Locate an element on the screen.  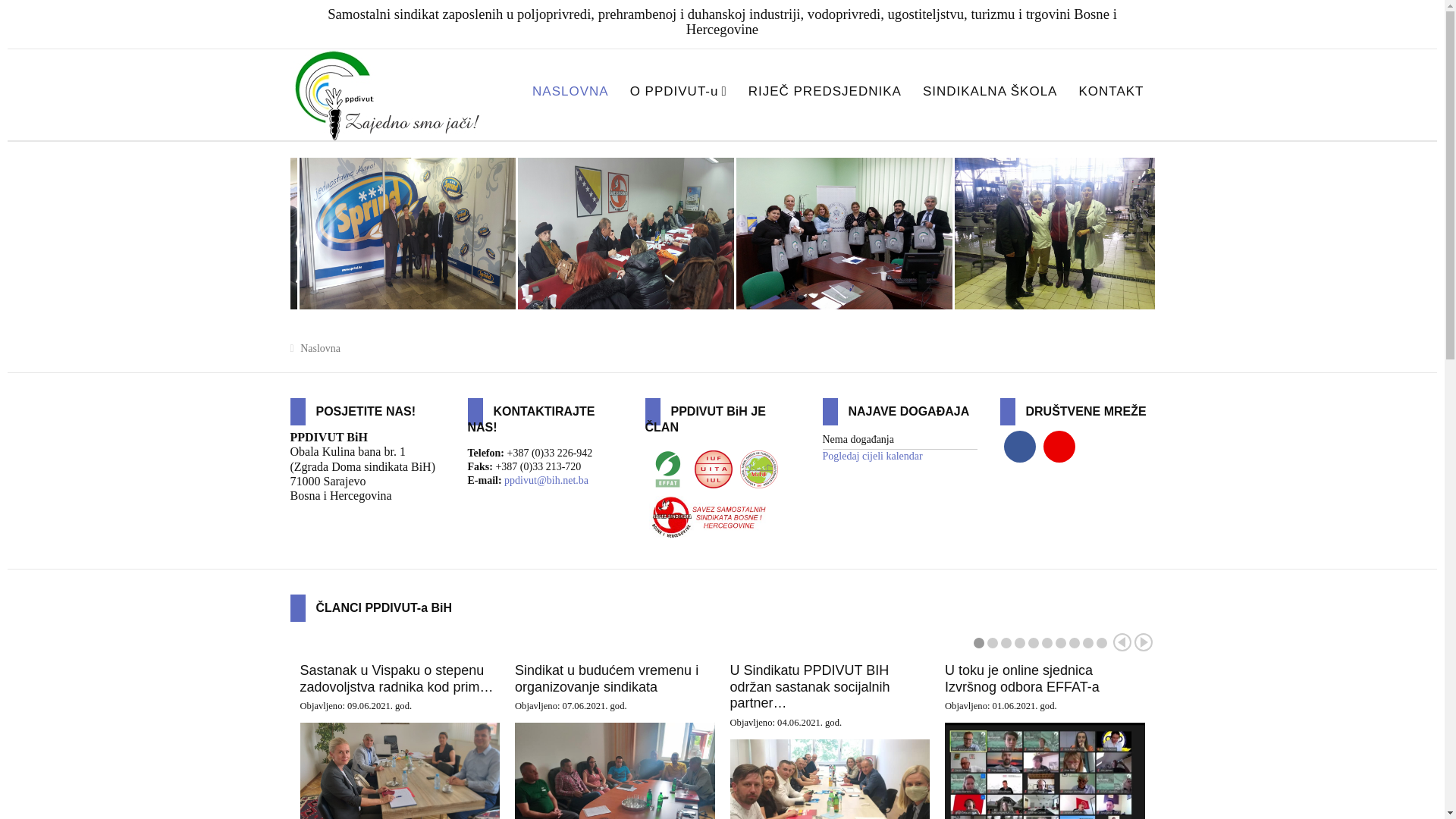
'NASLOVNA' is located at coordinates (570, 92).